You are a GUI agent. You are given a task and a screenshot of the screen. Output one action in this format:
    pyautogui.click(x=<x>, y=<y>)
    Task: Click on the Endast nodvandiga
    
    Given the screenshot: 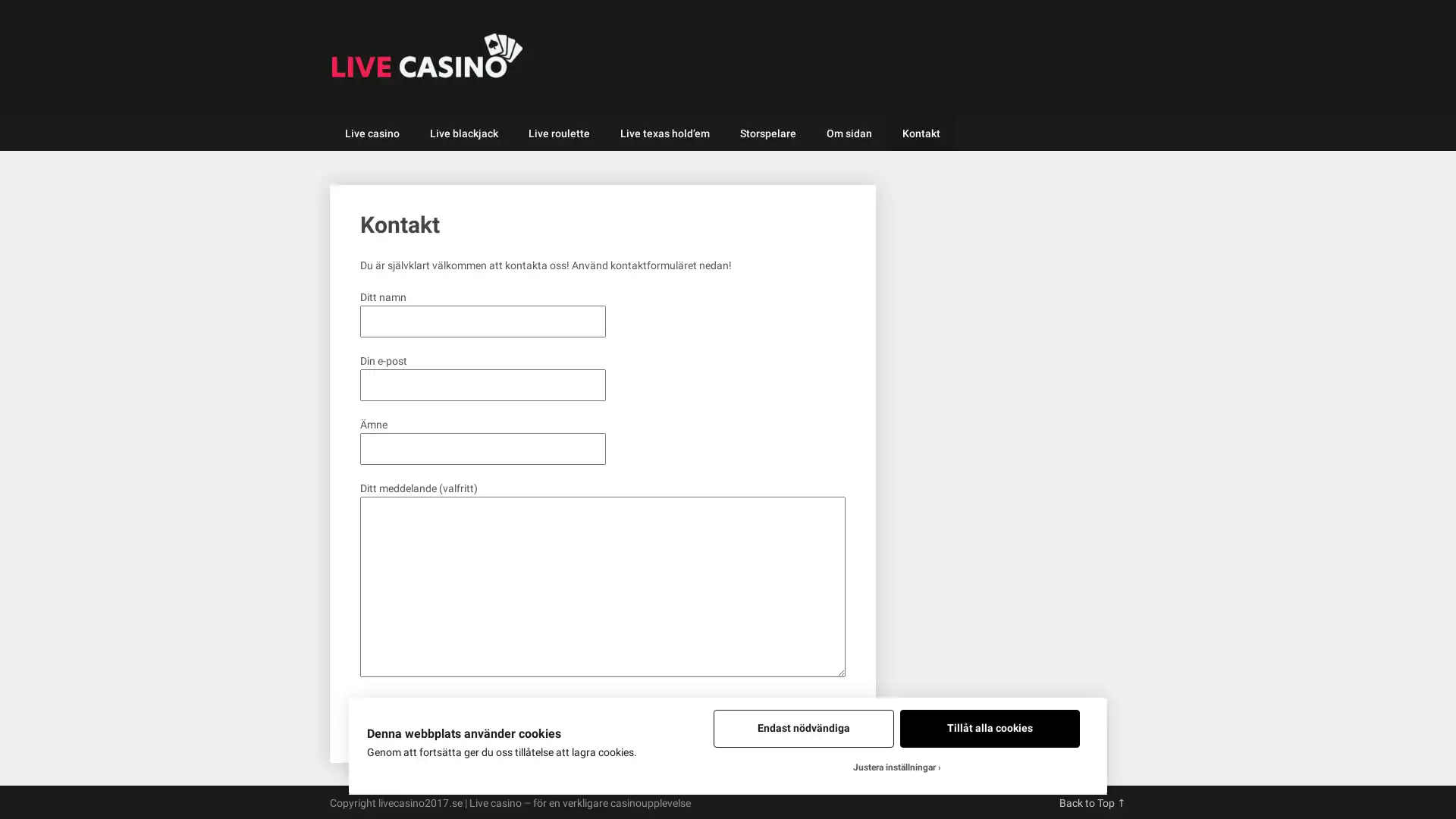 What is the action you would take?
    pyautogui.click(x=802, y=727)
    